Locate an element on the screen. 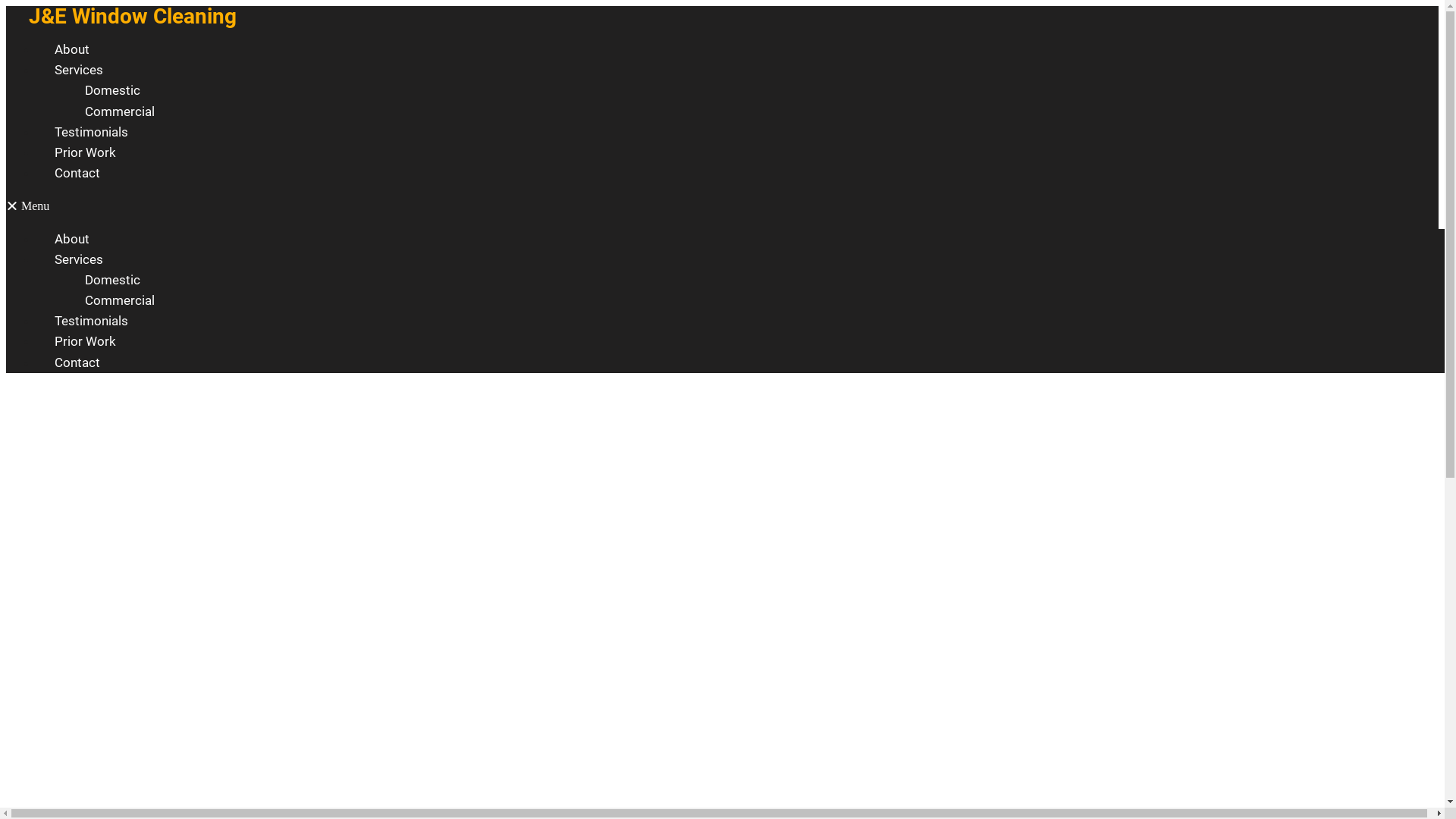  'Prior Work' is located at coordinates (84, 341).